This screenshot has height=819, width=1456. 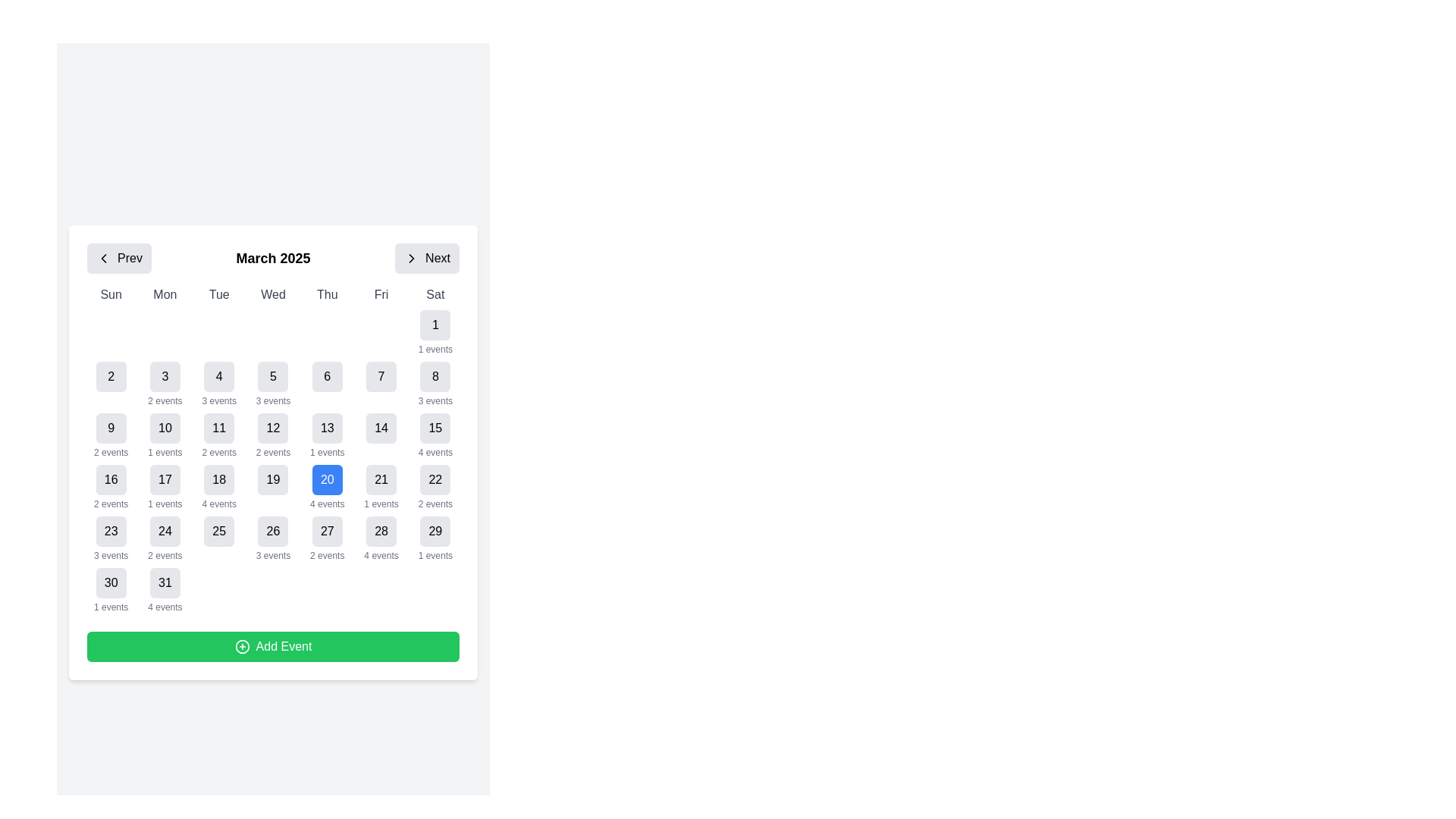 I want to click on the small square button with a rounded border displaying the number '14' in the calendar grid for March 2025, so click(x=381, y=428).